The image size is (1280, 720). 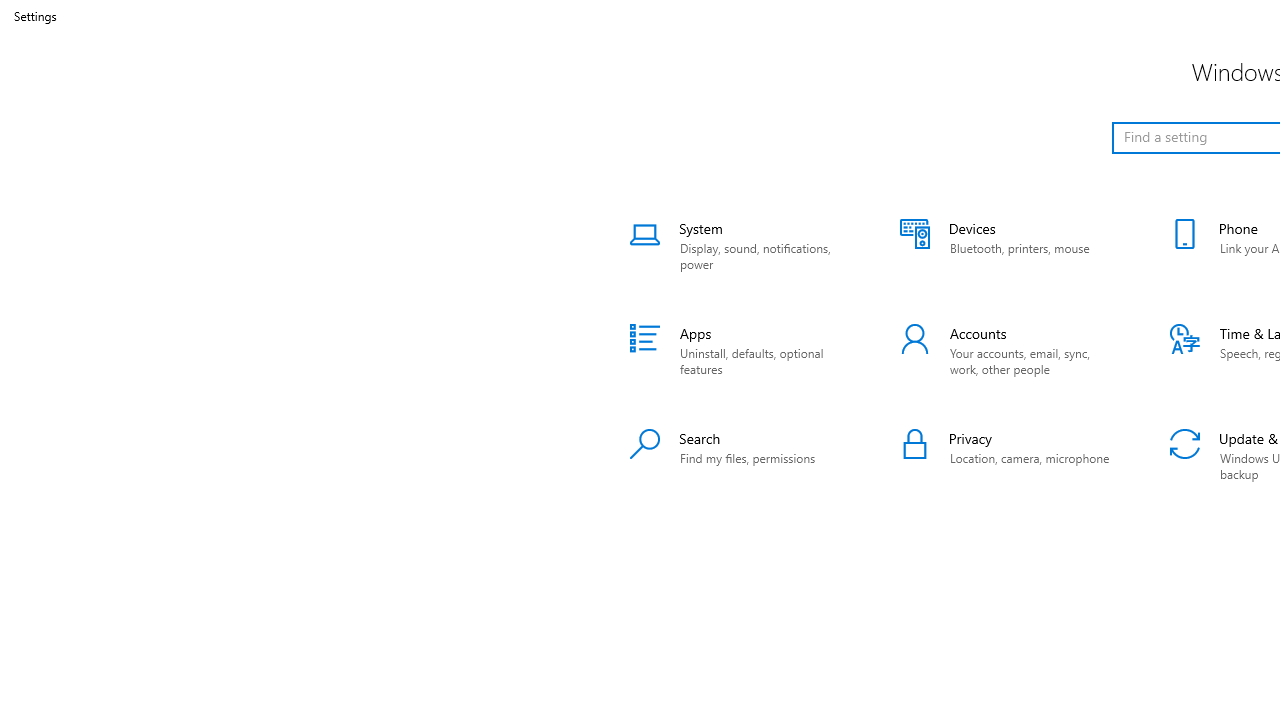 What do you see at coordinates (738, 245) in the screenshot?
I see `'System'` at bounding box center [738, 245].